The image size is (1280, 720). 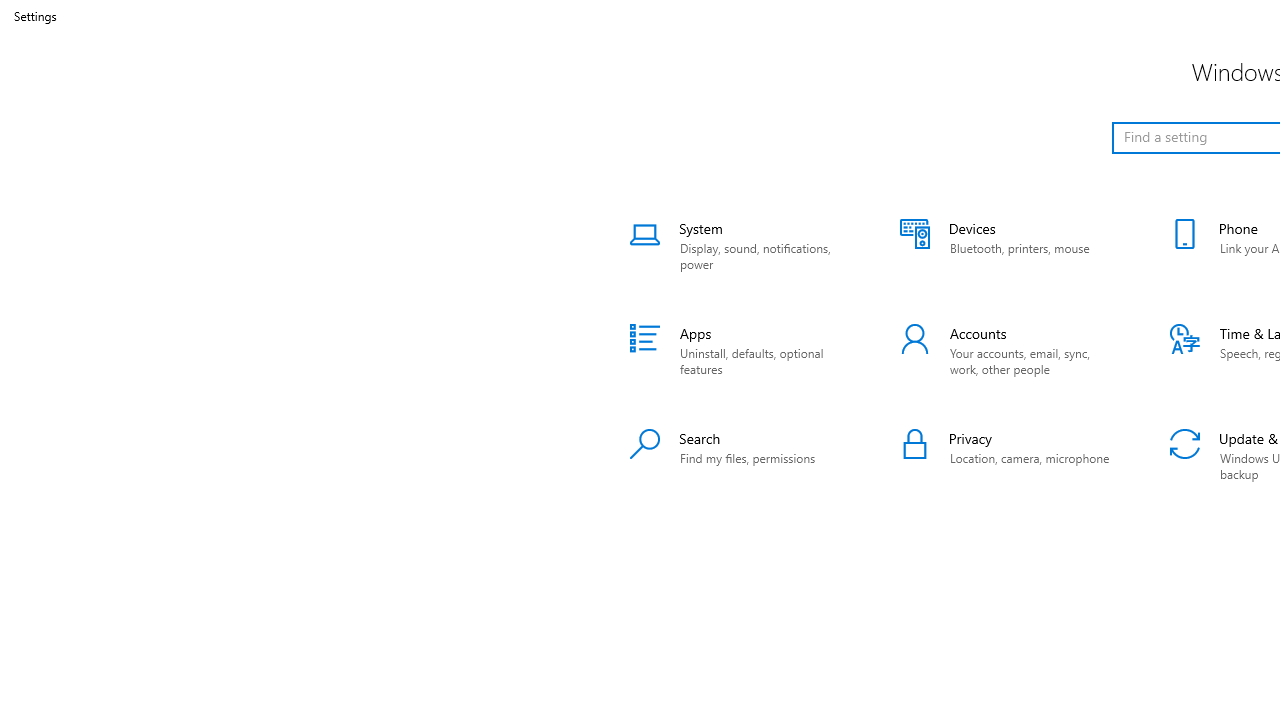 What do you see at coordinates (738, 245) in the screenshot?
I see `'System'` at bounding box center [738, 245].